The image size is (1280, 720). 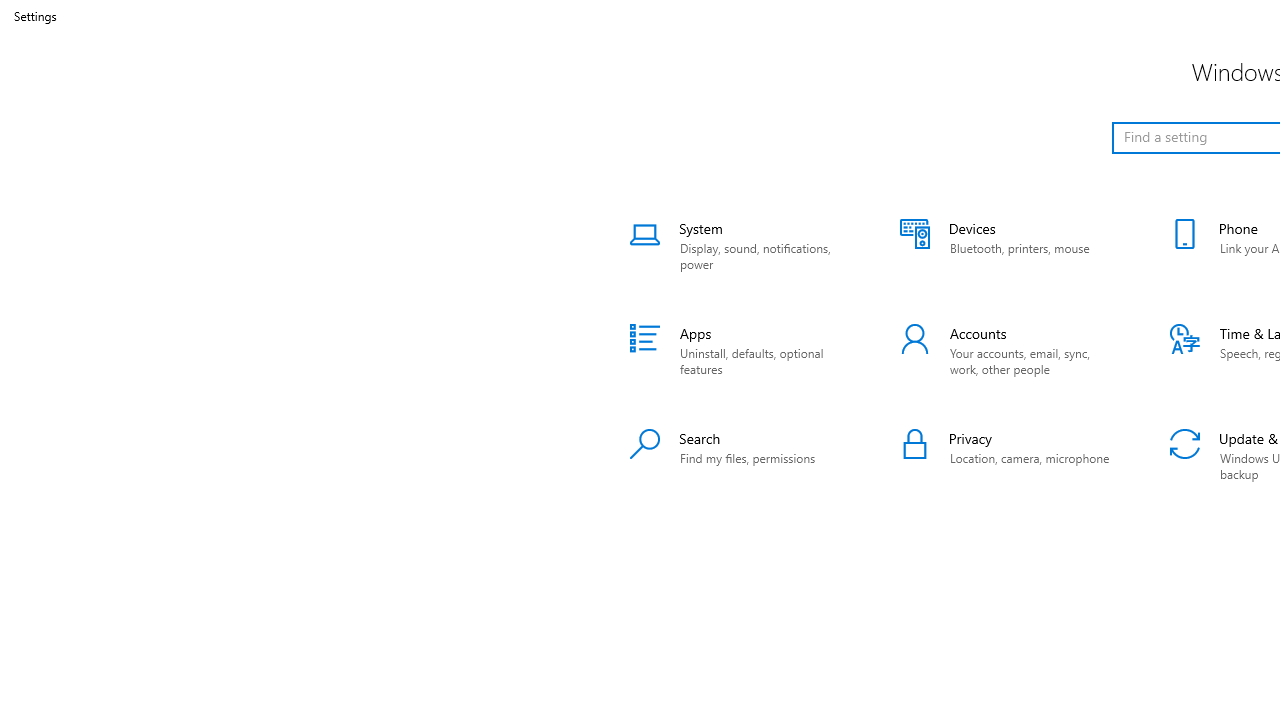 What do you see at coordinates (738, 245) in the screenshot?
I see `'System'` at bounding box center [738, 245].